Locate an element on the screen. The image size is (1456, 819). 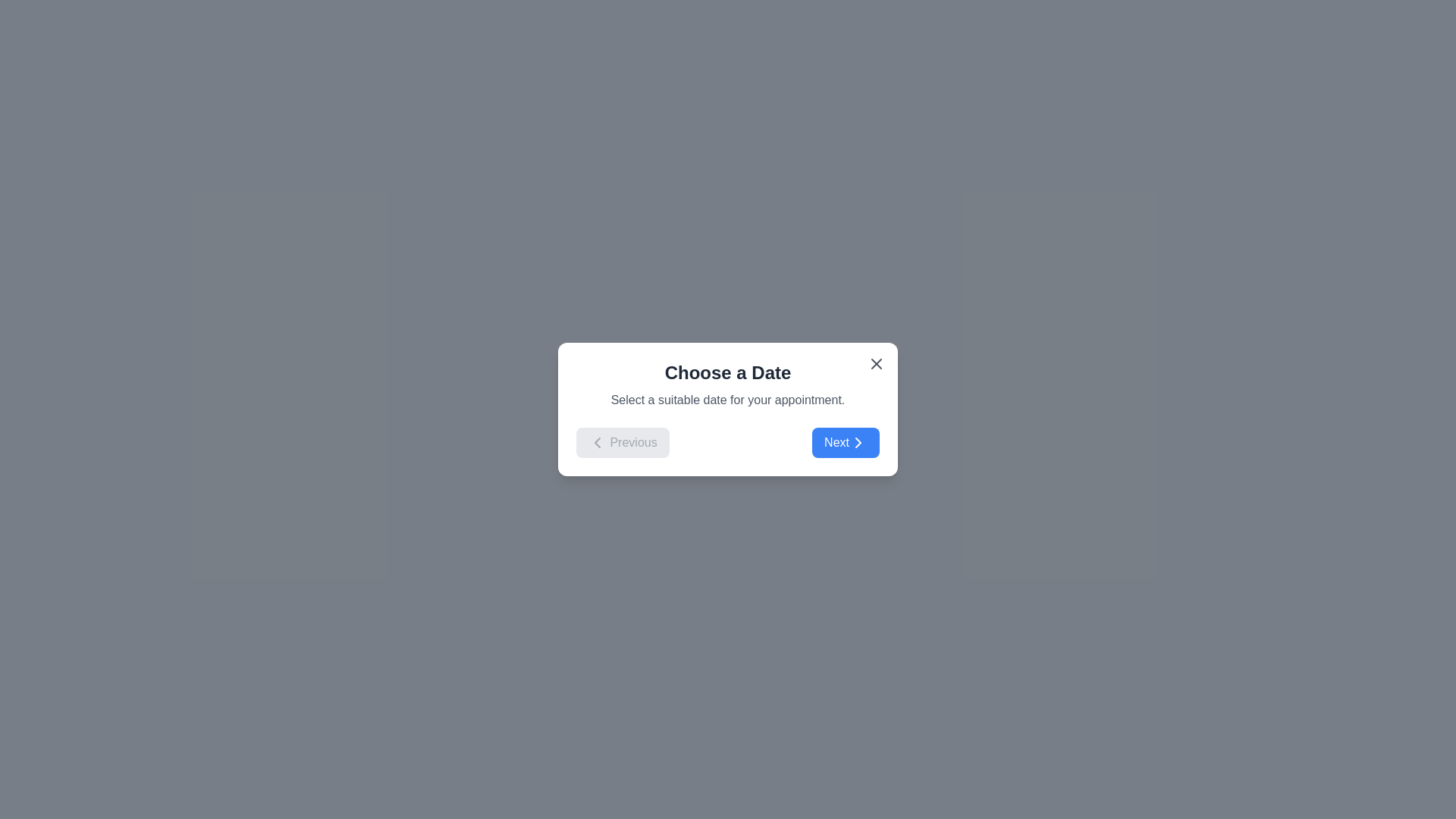
the 'close' button located in the top-right corner of the dialog box titled 'Choose a Date' is located at coordinates (877, 362).